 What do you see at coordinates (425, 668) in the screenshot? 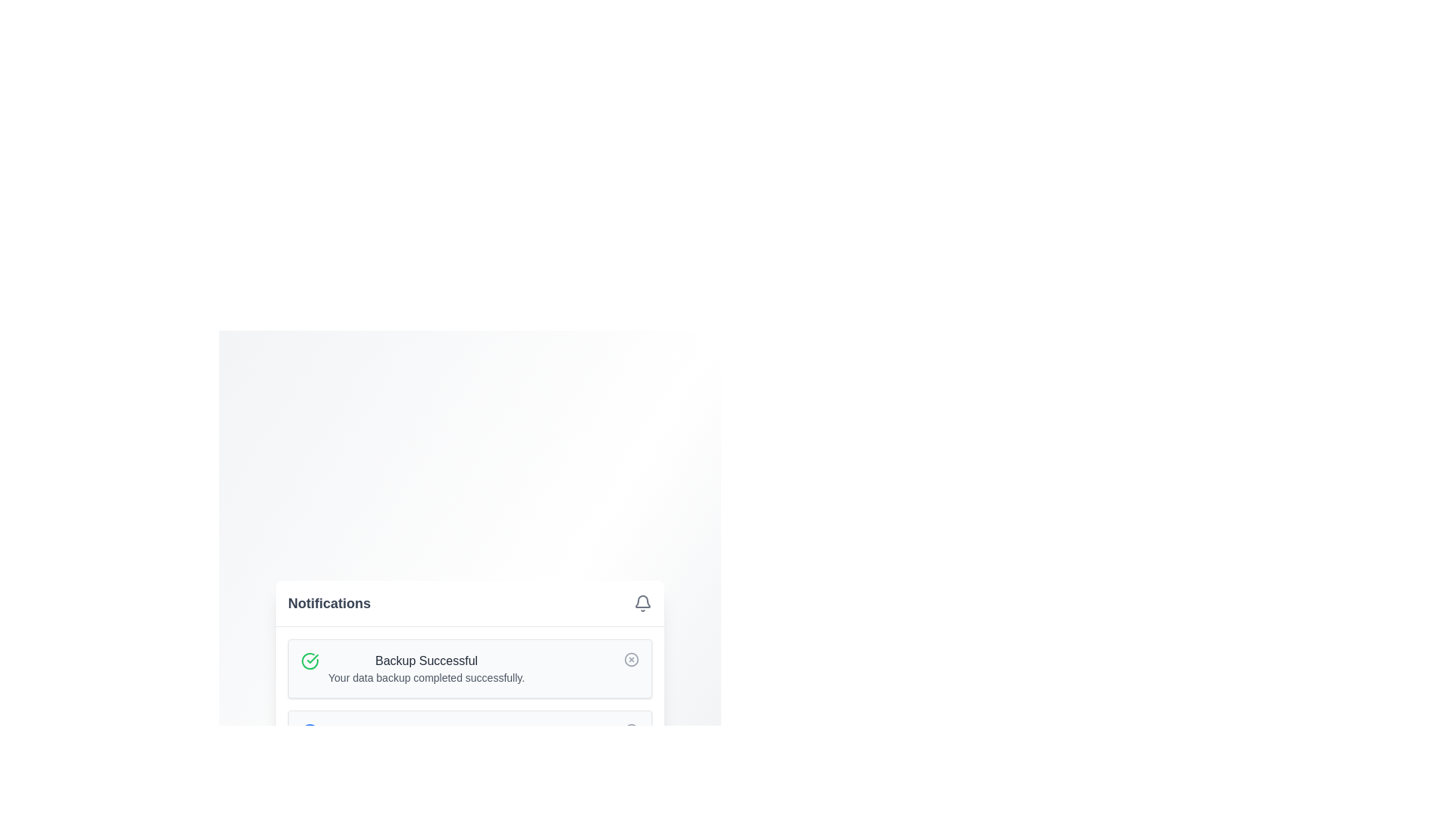
I see `the notification text block that indicates a completed data backup operation, located to the right of a green checkmark icon and above a close button` at bounding box center [425, 668].